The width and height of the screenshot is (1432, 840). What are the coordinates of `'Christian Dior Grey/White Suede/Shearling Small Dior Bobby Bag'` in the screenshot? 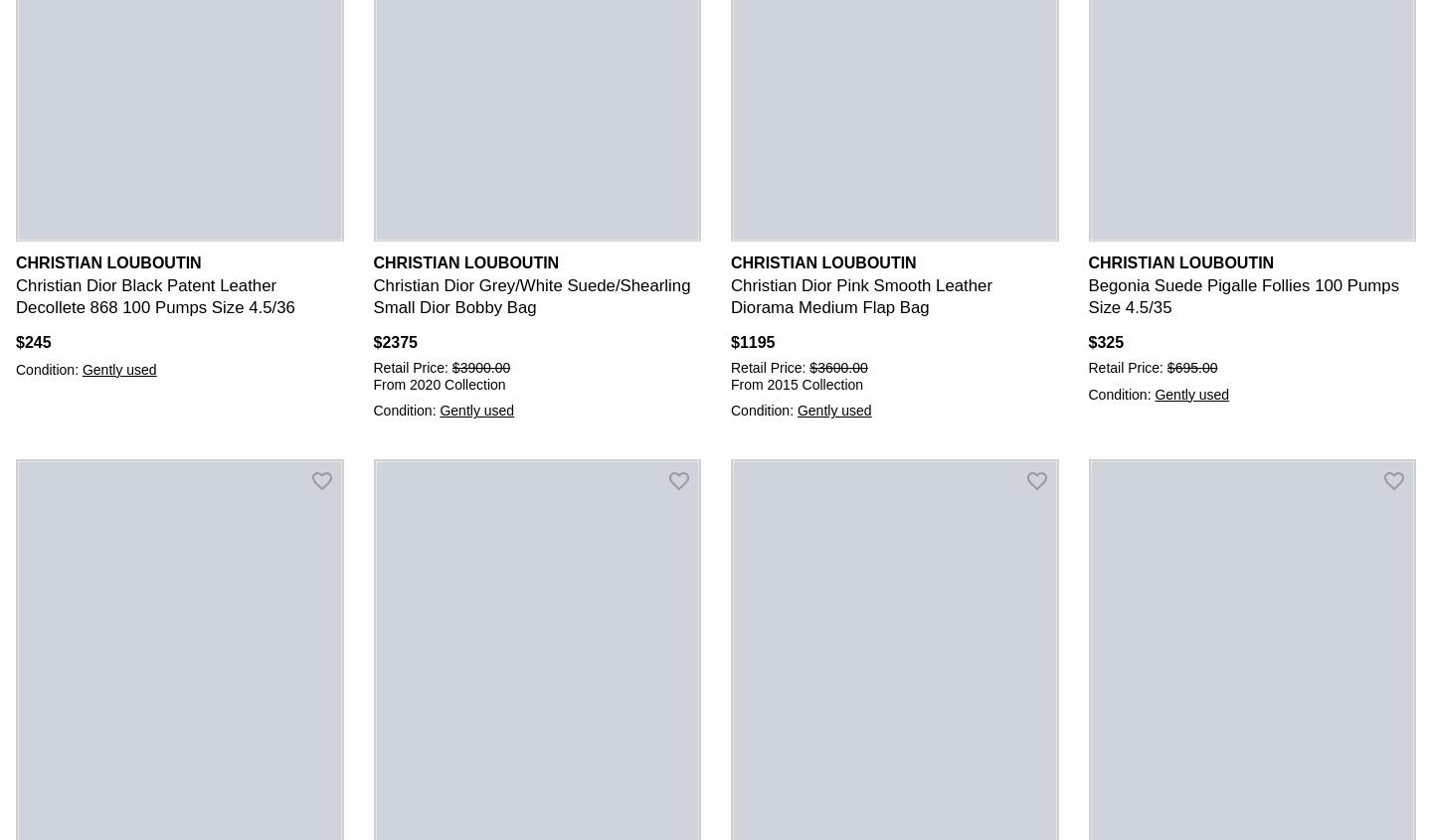 It's located at (530, 296).